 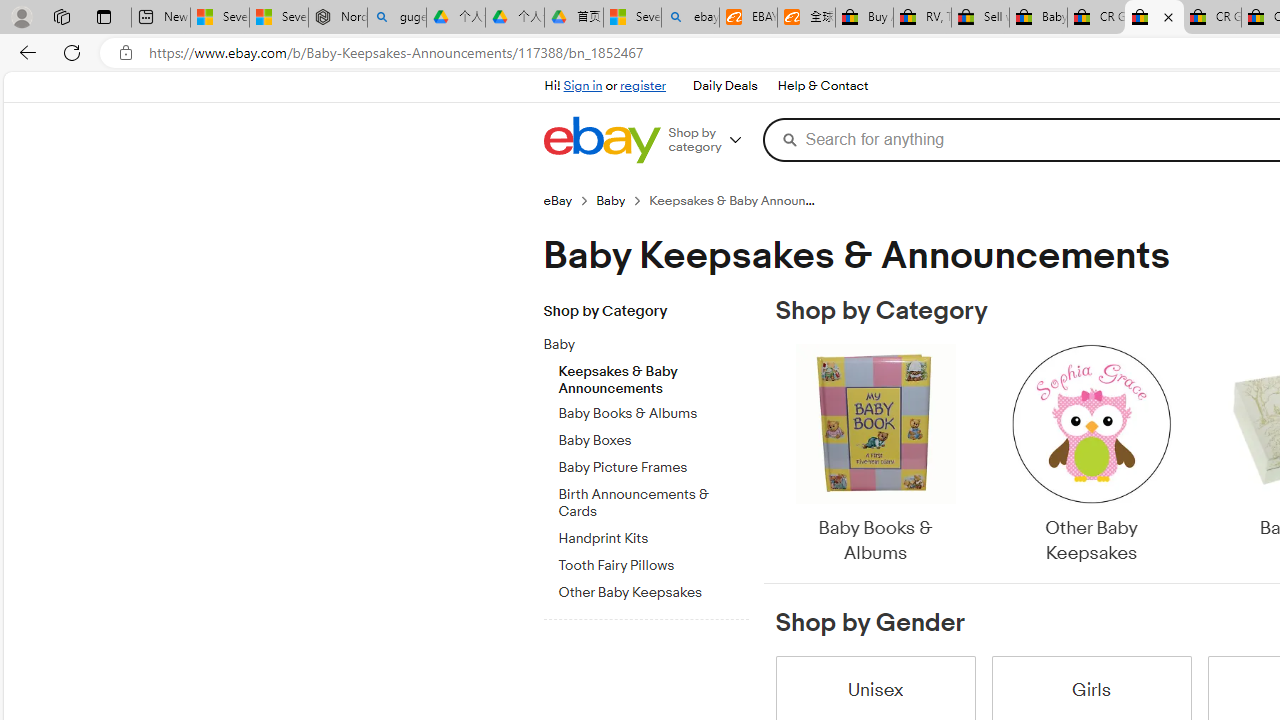 I want to click on 'New tab', so click(x=160, y=17).